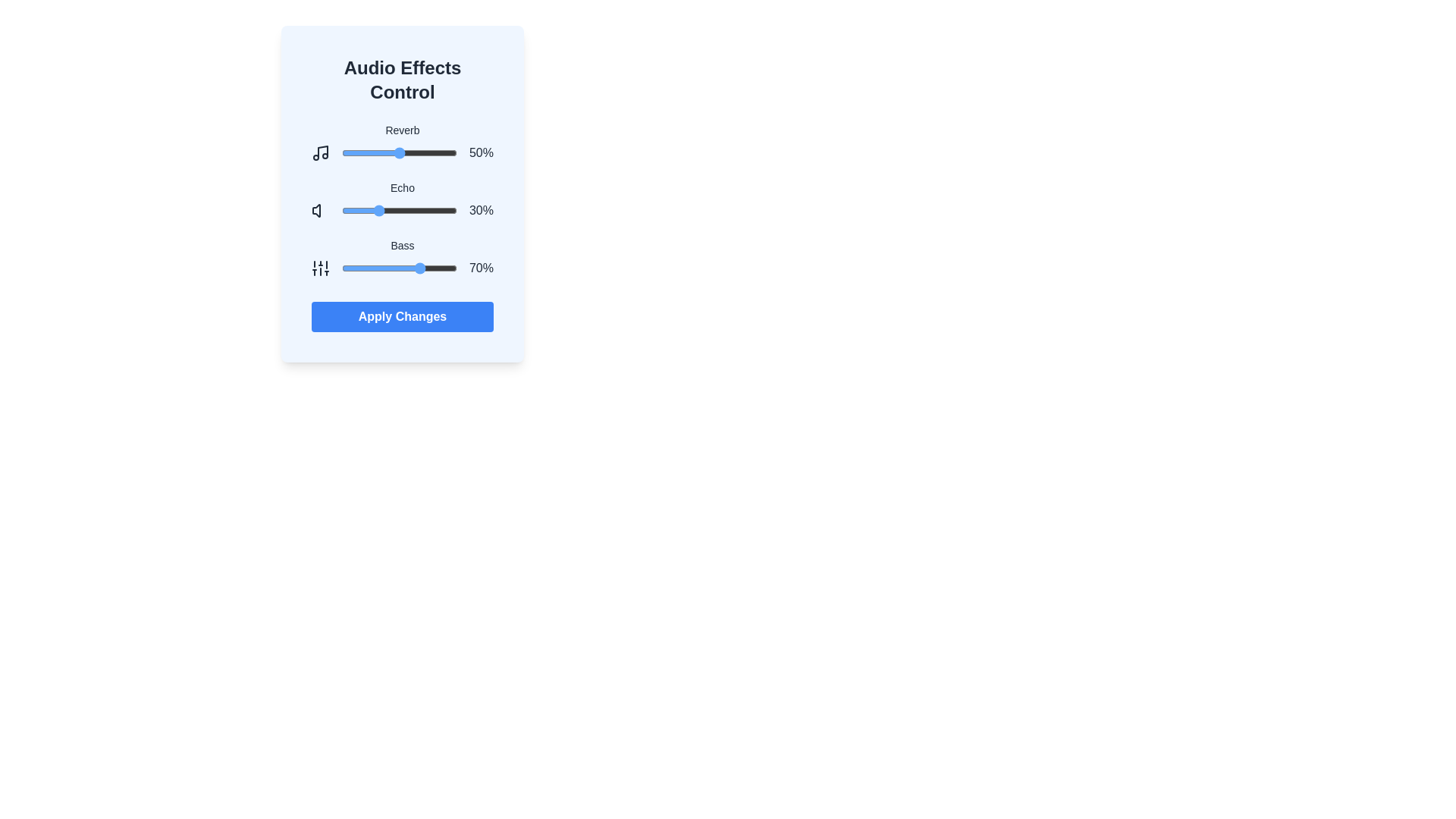  What do you see at coordinates (348, 210) in the screenshot?
I see `the Echo level` at bounding box center [348, 210].